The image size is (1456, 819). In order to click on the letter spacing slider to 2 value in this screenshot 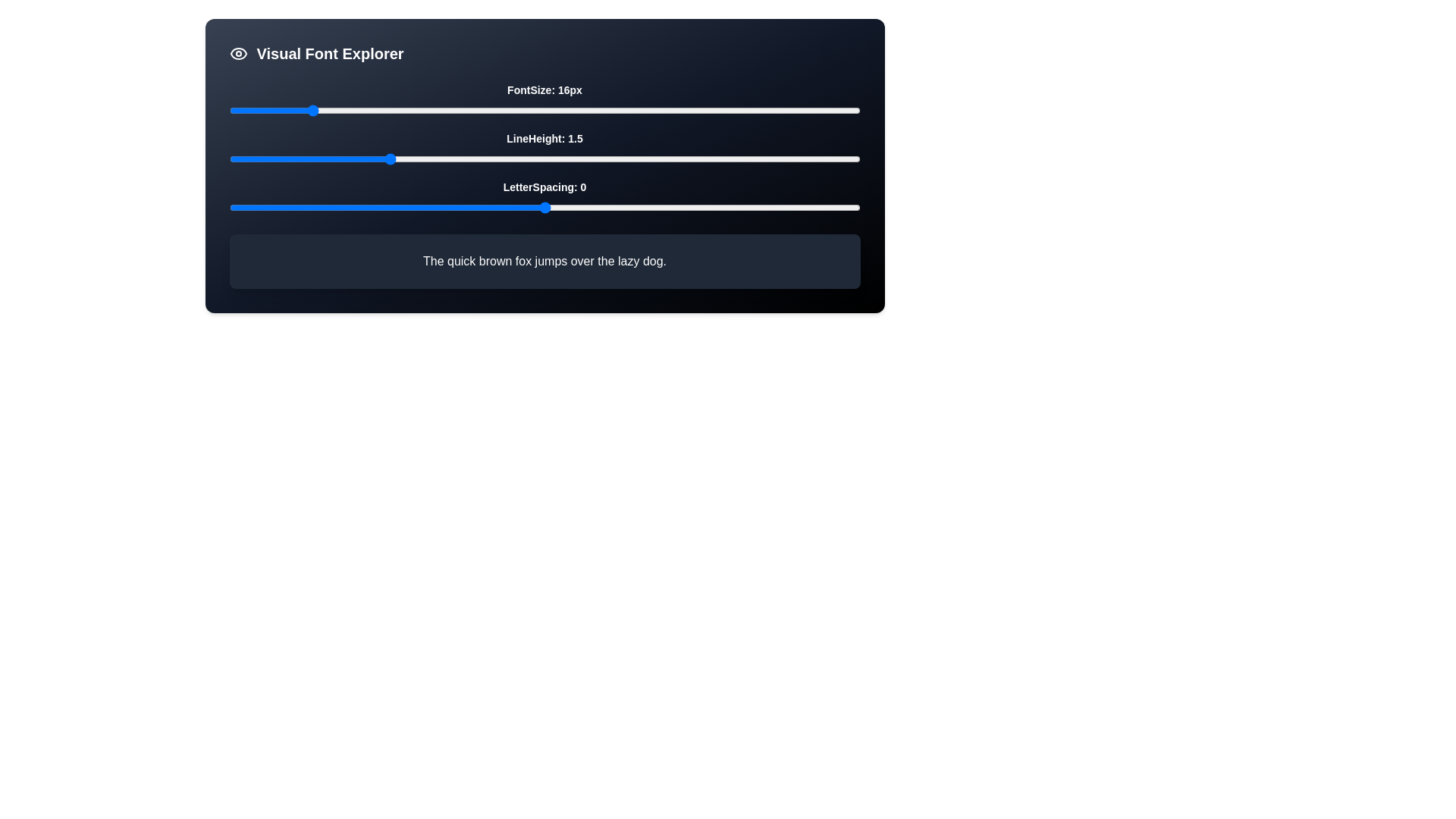, I will do `click(670, 207)`.